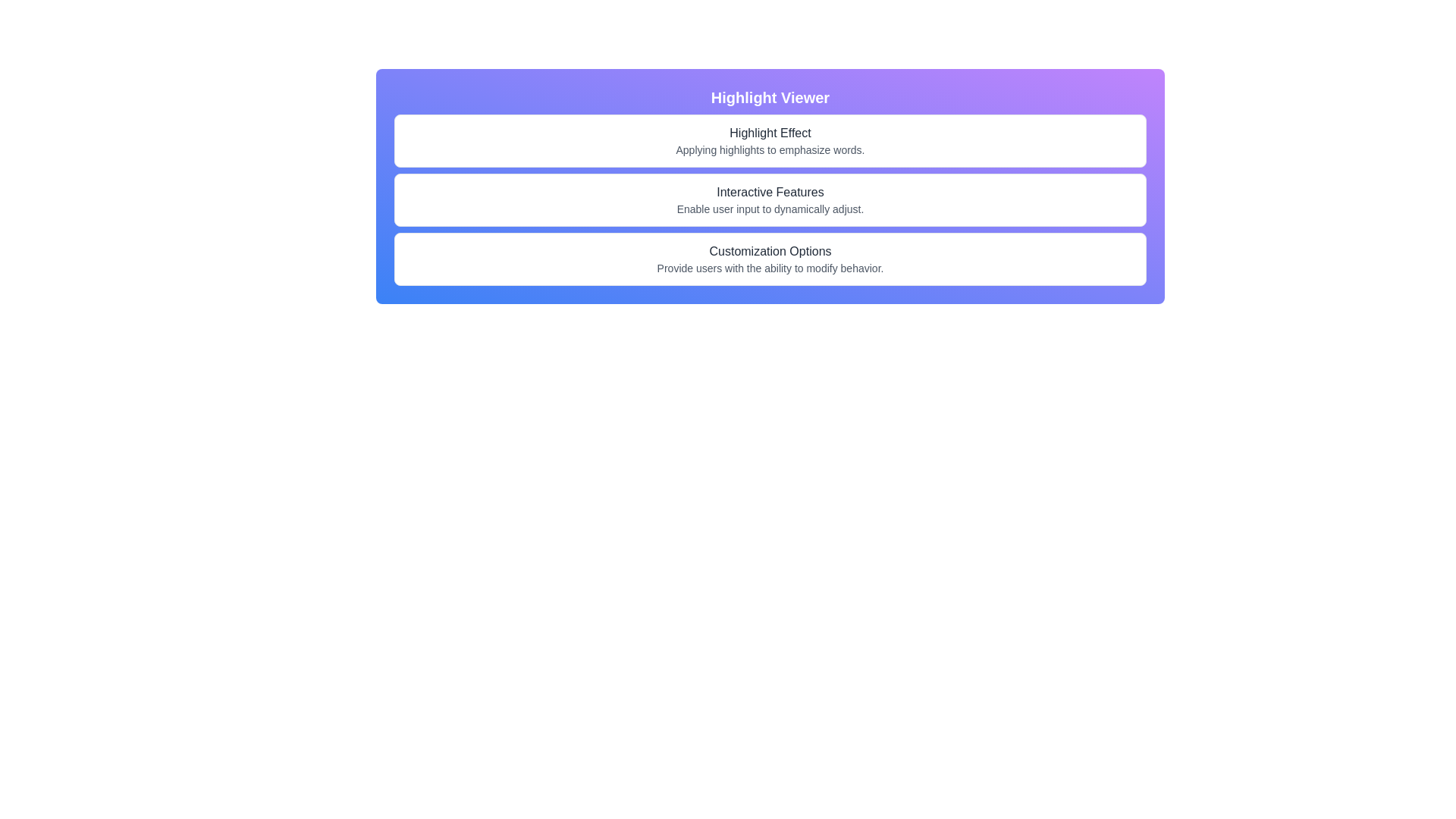 The width and height of the screenshot is (1456, 819). I want to click on the letter 'i' in the text 'Customization Options', which is underlined on hover and is the 7th character in the text located at the bottom of the interface, so click(752, 250).